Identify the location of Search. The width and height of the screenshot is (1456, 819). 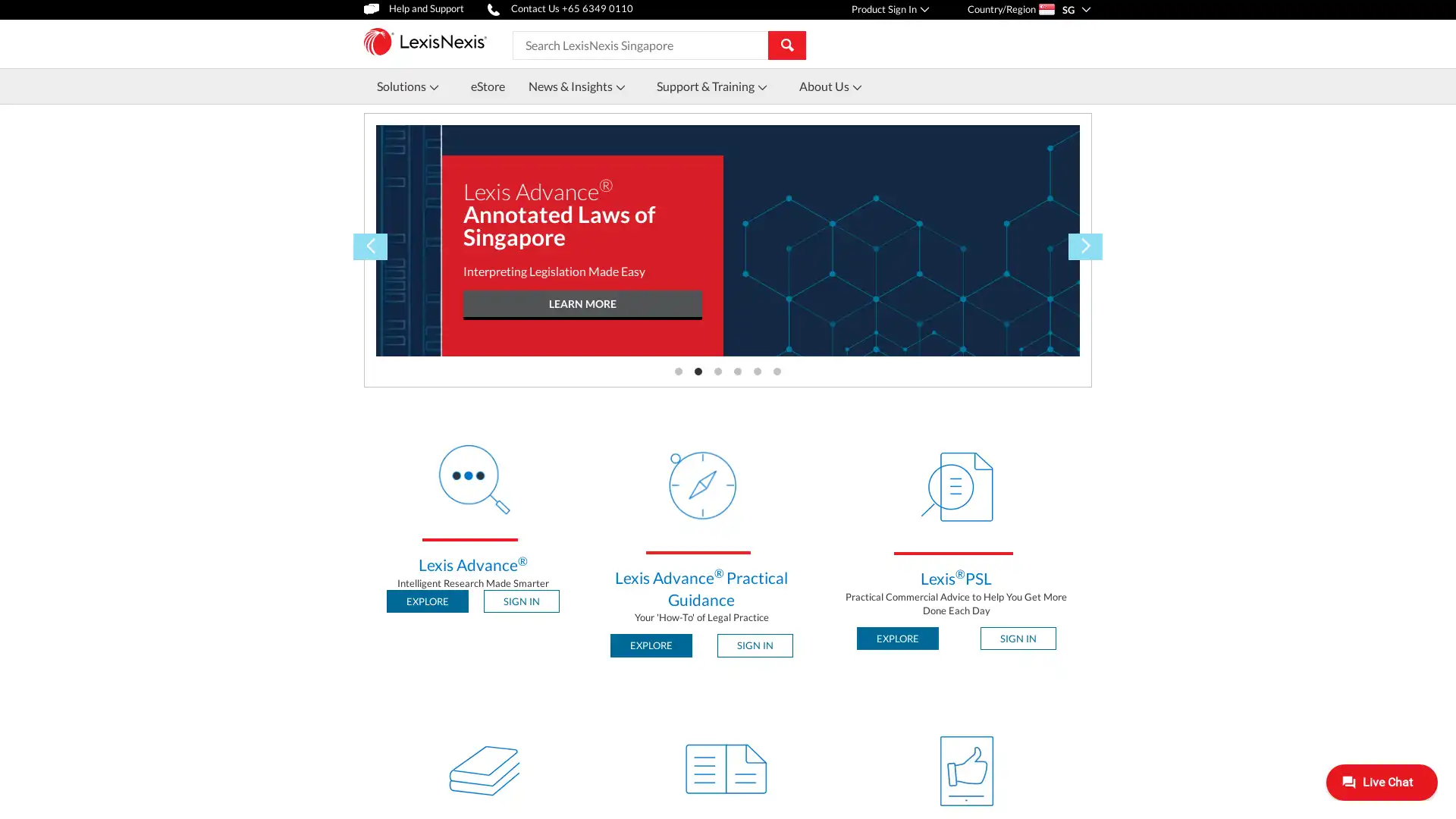
(786, 43).